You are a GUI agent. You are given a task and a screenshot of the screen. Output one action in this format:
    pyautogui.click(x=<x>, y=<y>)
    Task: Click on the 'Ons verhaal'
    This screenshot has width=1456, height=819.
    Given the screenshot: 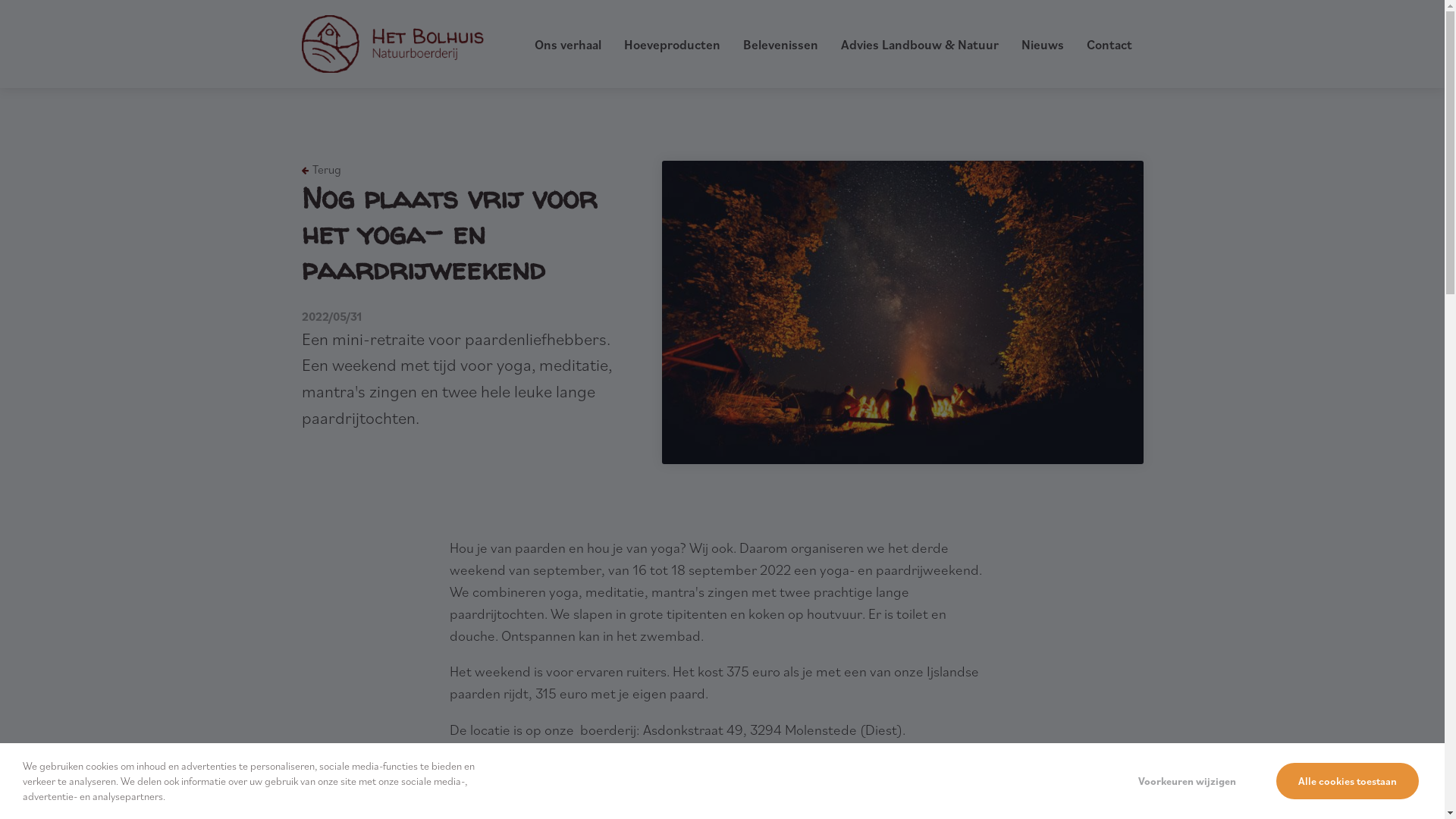 What is the action you would take?
    pyautogui.click(x=566, y=43)
    